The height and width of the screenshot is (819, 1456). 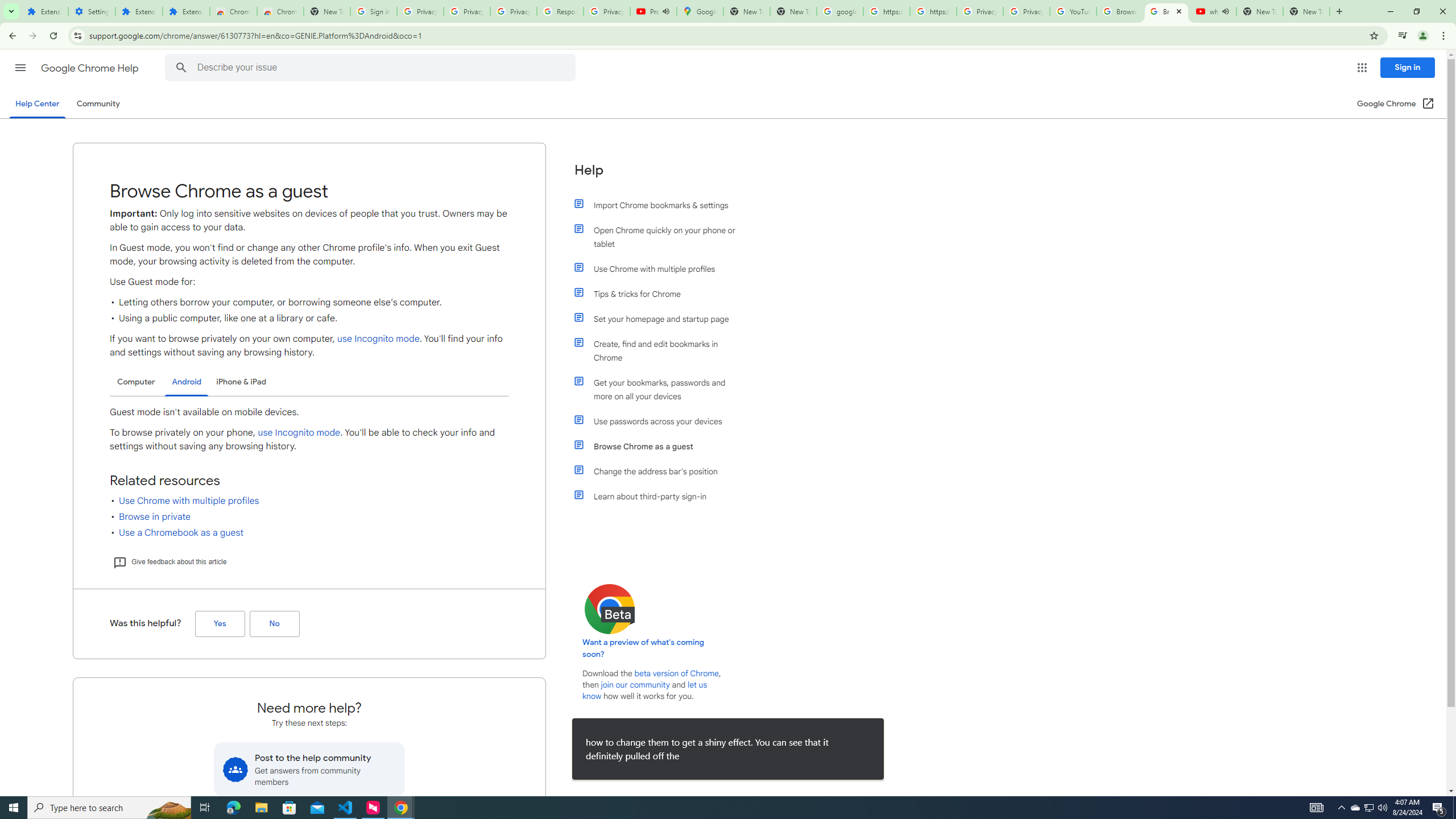 What do you see at coordinates (661, 318) in the screenshot?
I see `'Set your homepage and startup page'` at bounding box center [661, 318].